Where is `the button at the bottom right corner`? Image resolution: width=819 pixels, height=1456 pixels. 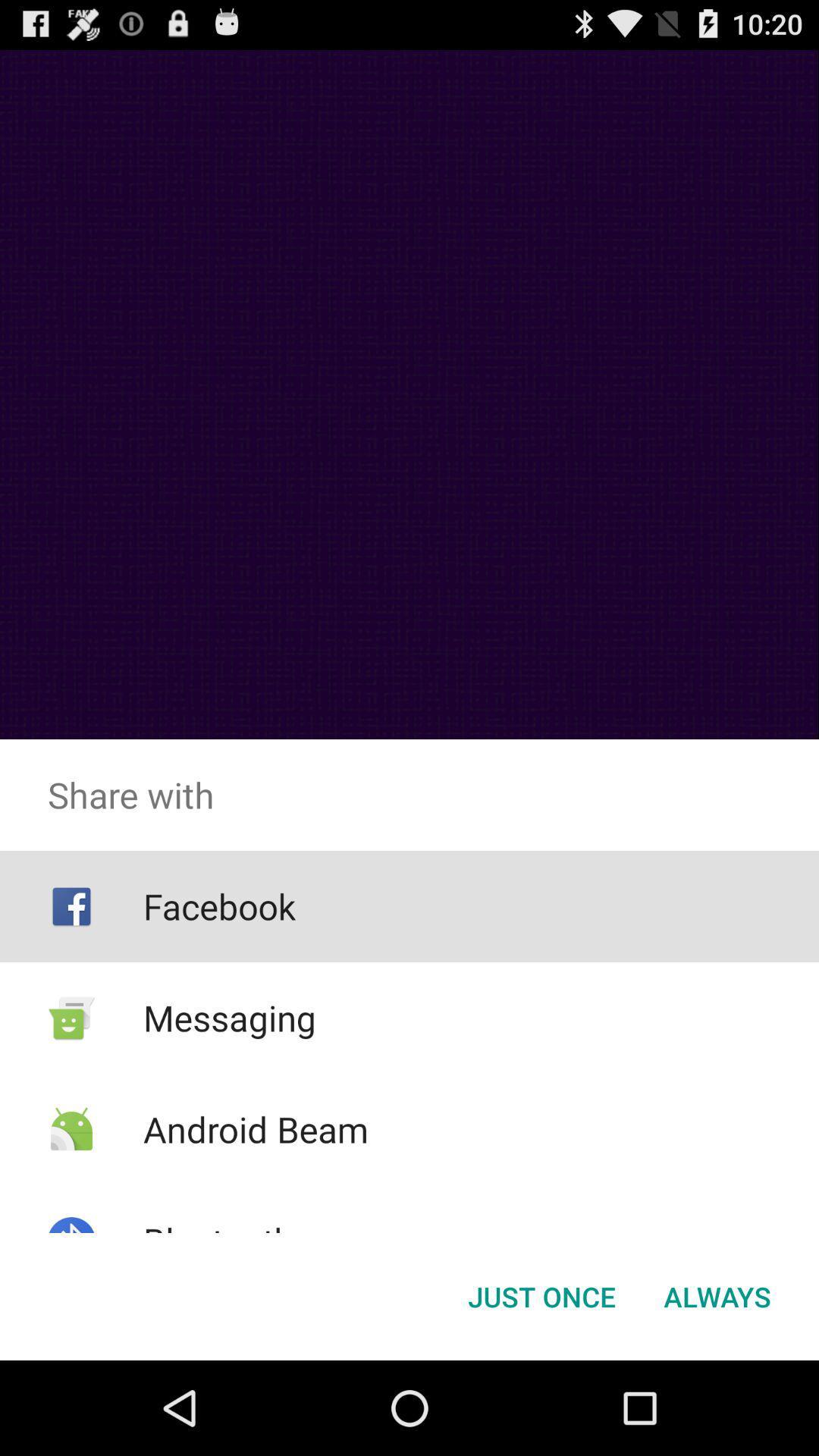 the button at the bottom right corner is located at coordinates (717, 1295).